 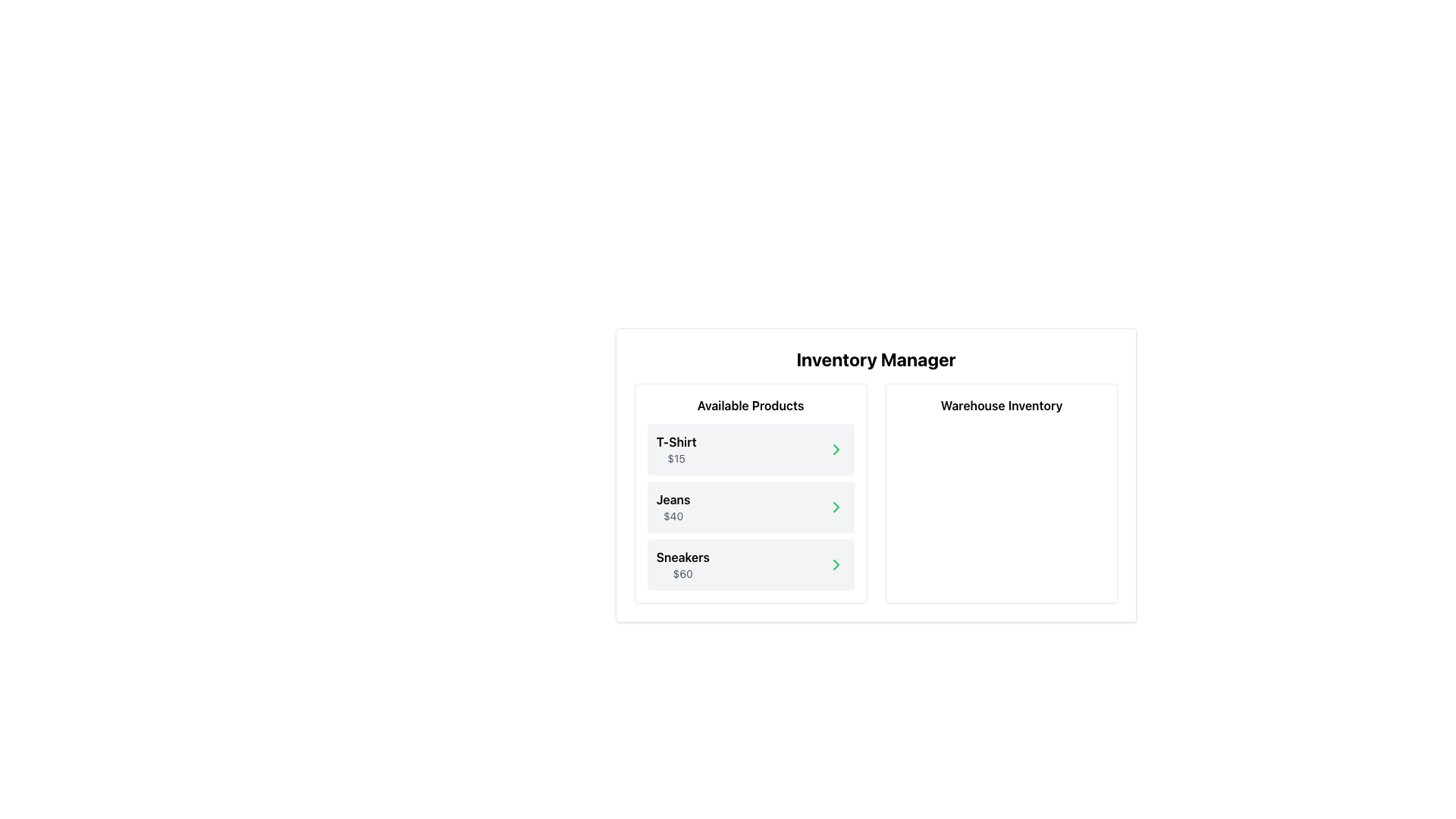 What do you see at coordinates (682, 564) in the screenshot?
I see `the third product listing card displaying 'Sneakers' and priced at '$60'` at bounding box center [682, 564].